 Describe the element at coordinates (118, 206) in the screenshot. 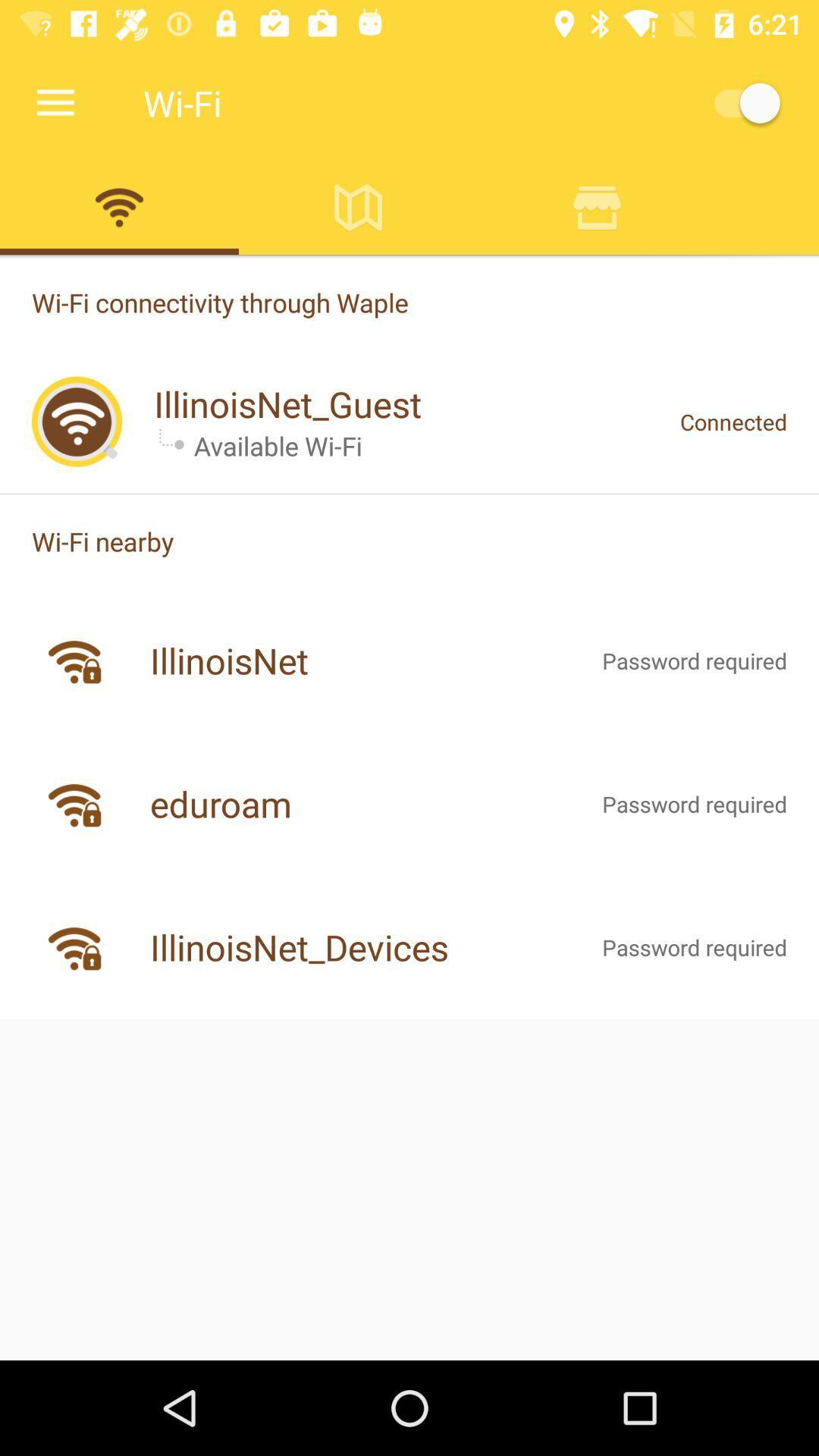

I see `wifi key` at that location.